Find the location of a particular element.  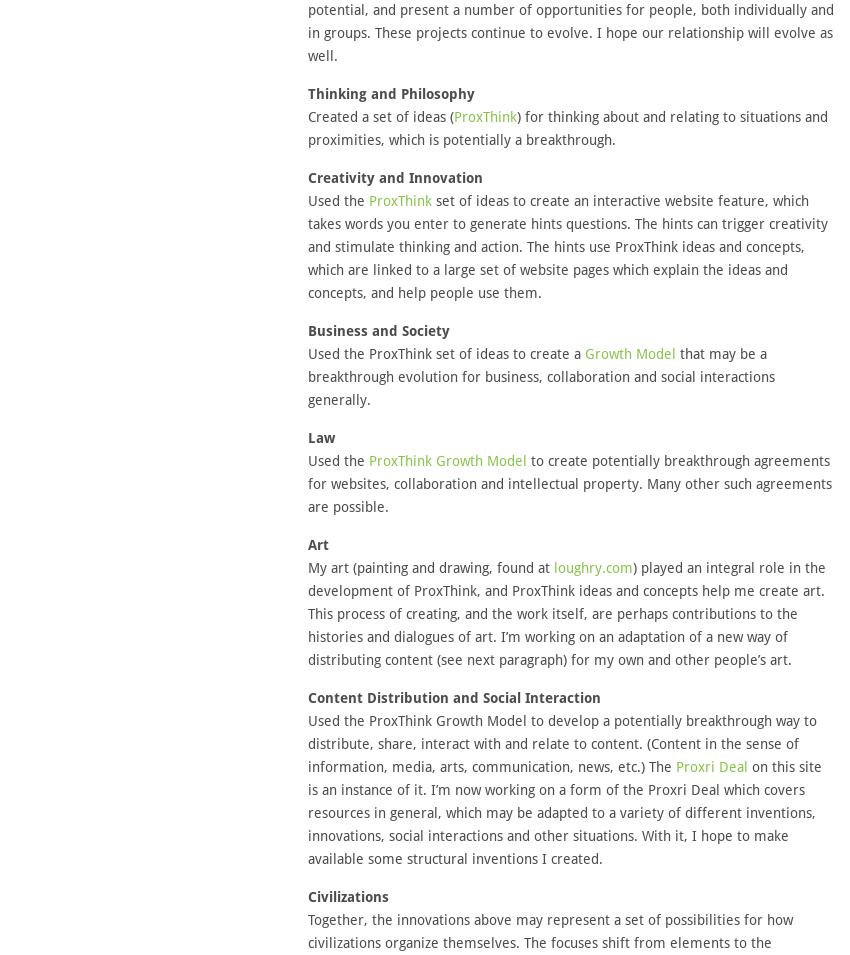

'My art (painting and drawing, found at' is located at coordinates (307, 568).